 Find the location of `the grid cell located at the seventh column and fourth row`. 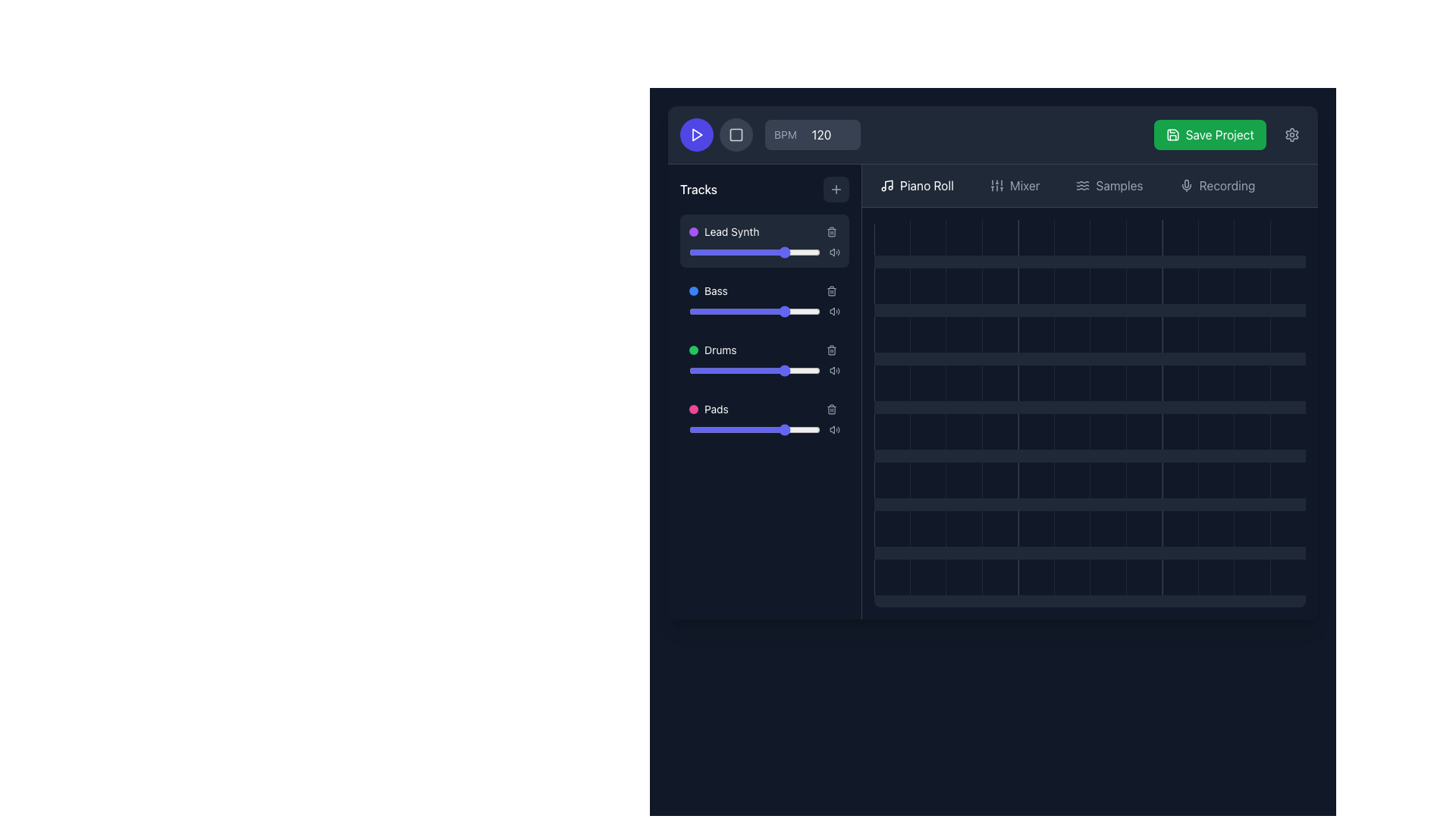

the grid cell located at the seventh column and fourth row is located at coordinates (1144, 431).